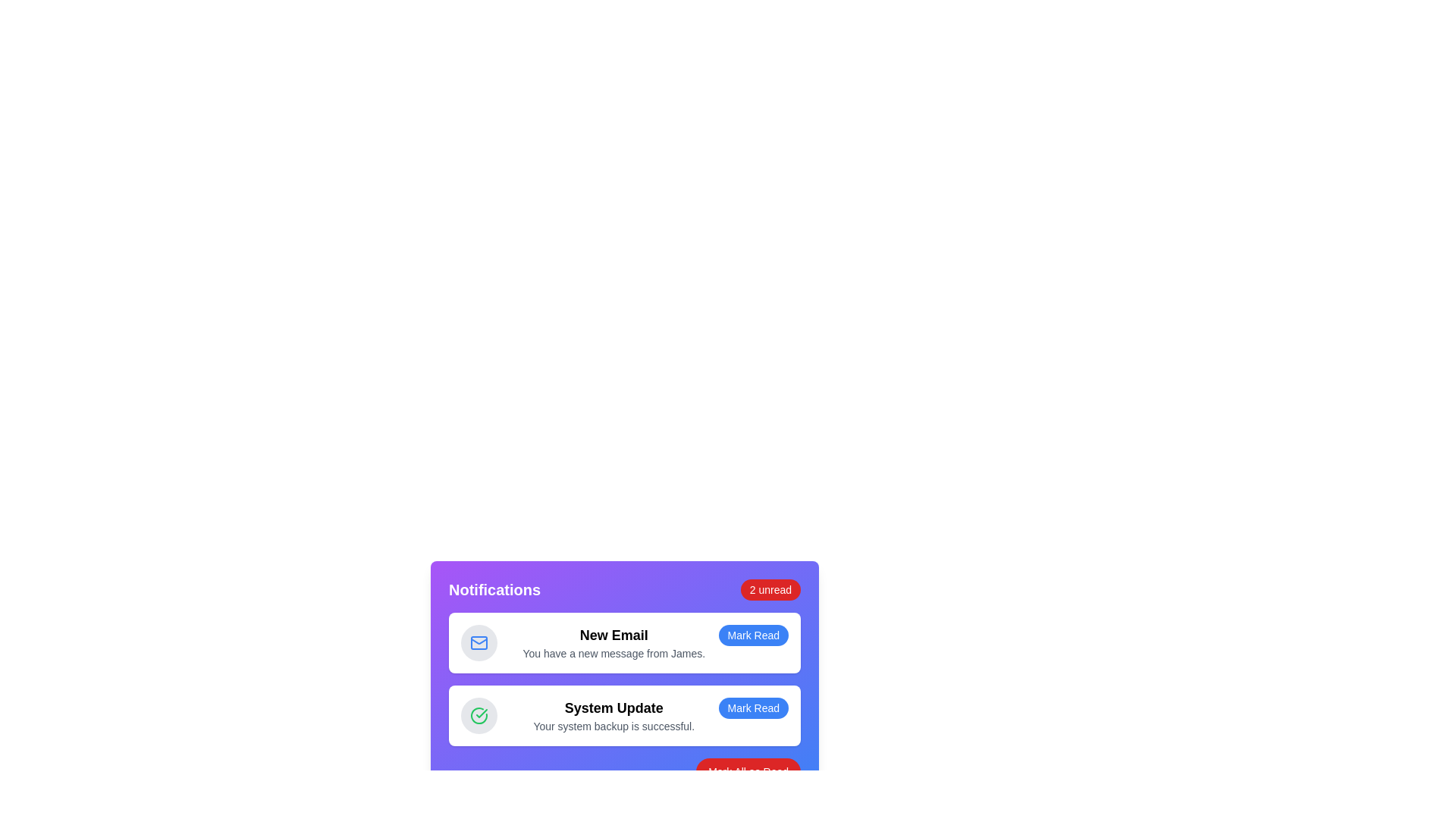  I want to click on the circular button with a light gray background and a blue email icon, which represents the 'New Email' notification in the top-left corner of the notification card, so click(479, 643).